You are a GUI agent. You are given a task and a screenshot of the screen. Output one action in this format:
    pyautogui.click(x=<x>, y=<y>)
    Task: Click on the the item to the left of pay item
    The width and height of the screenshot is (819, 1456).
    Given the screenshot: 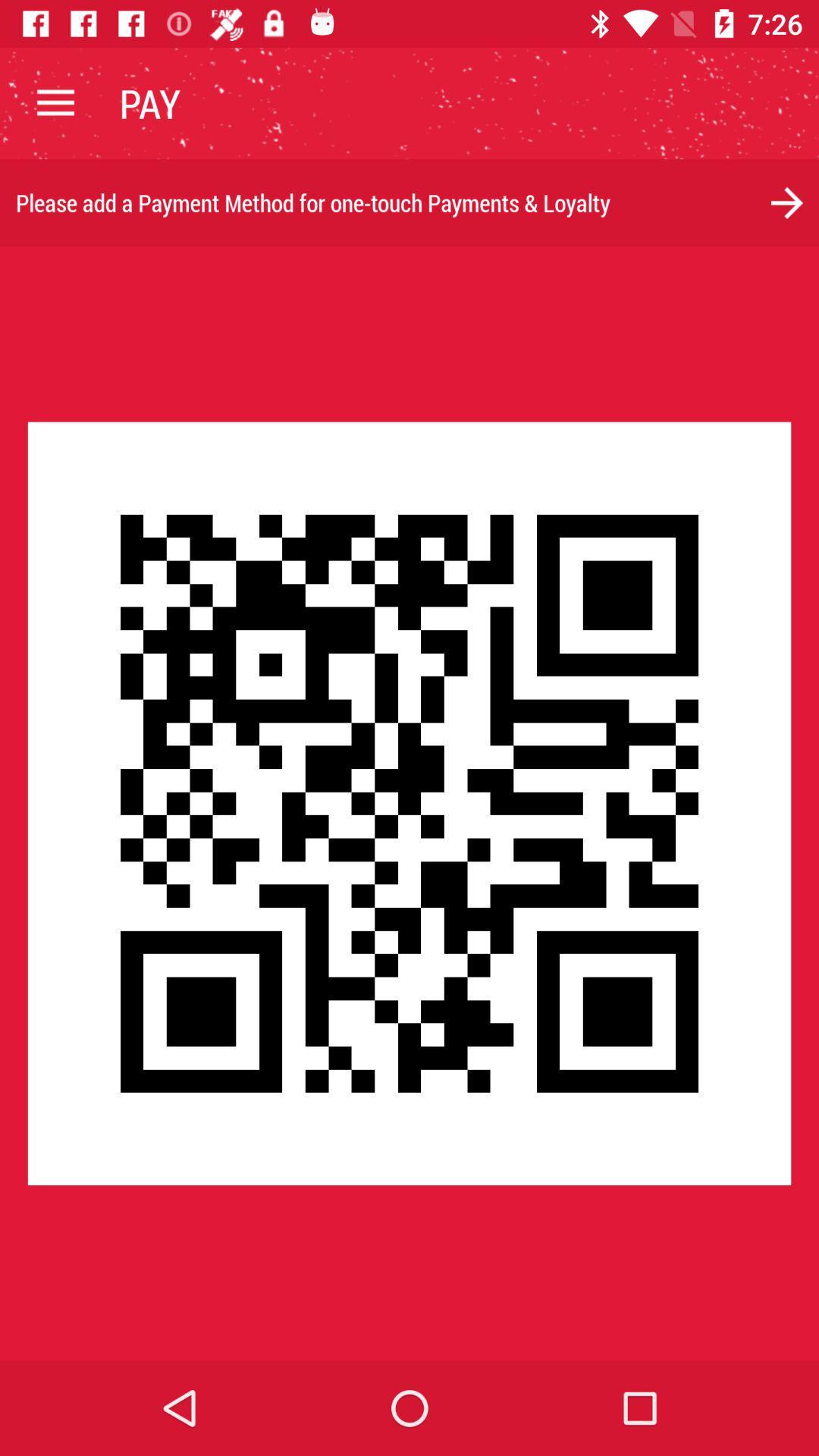 What is the action you would take?
    pyautogui.click(x=55, y=102)
    